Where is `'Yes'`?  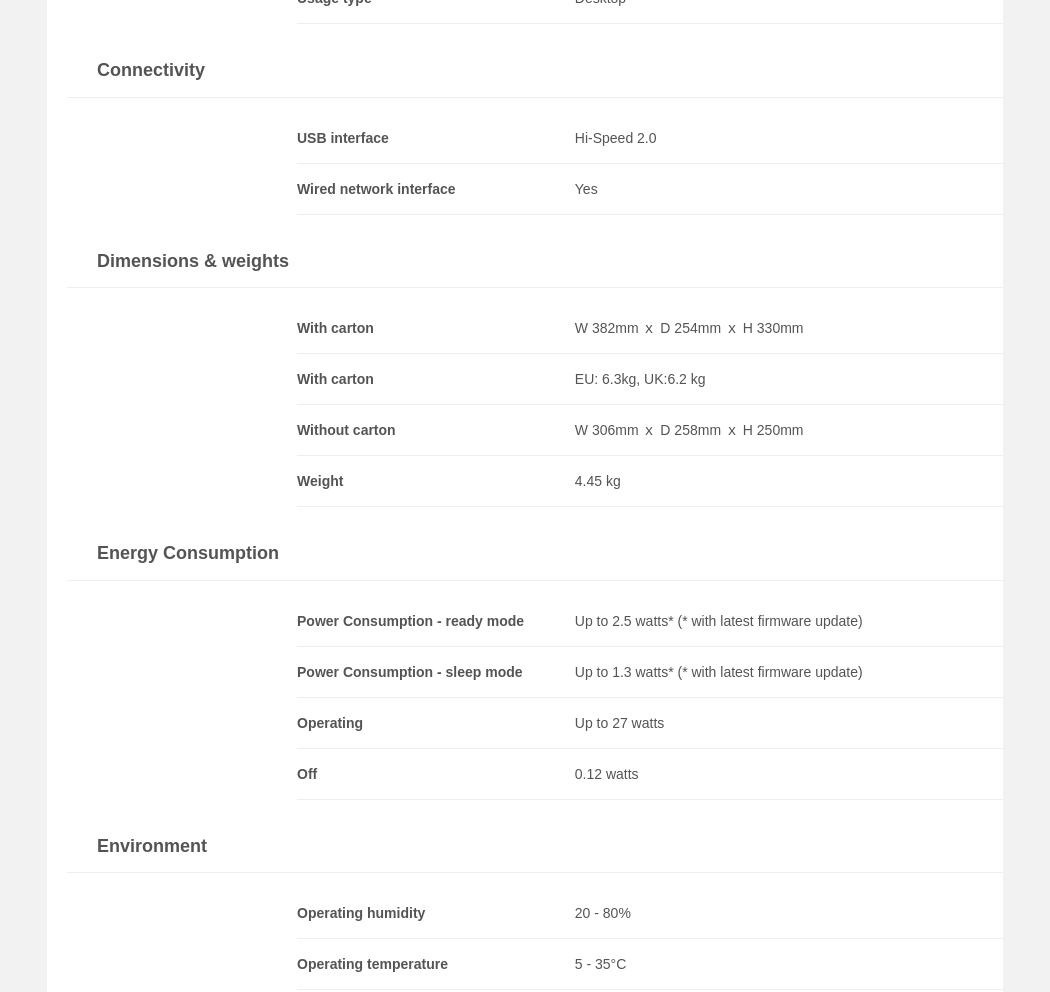
'Yes' is located at coordinates (522, 332).